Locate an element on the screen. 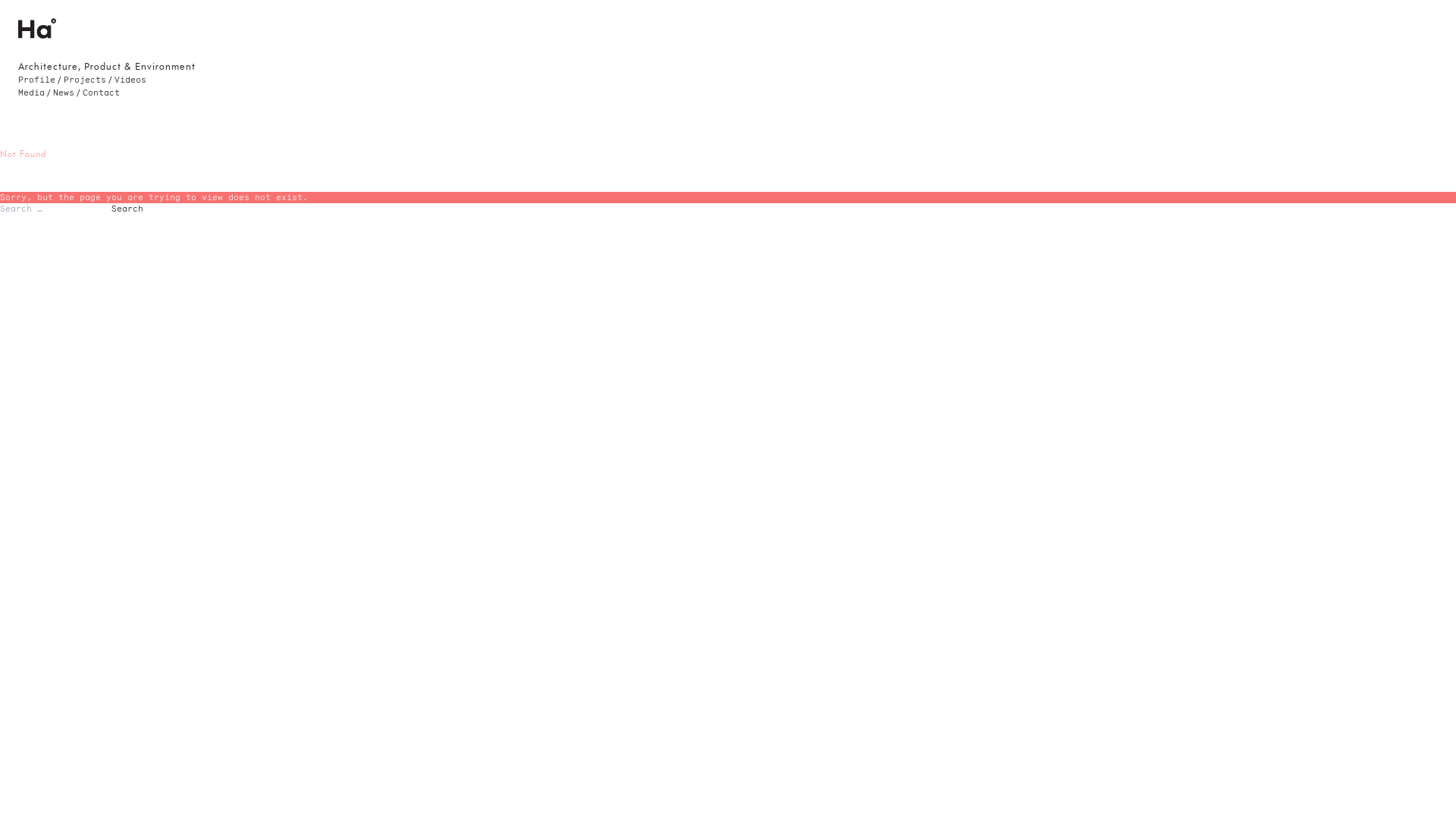 This screenshot has width=1456, height=819. 'Projects' is located at coordinates (62, 79).